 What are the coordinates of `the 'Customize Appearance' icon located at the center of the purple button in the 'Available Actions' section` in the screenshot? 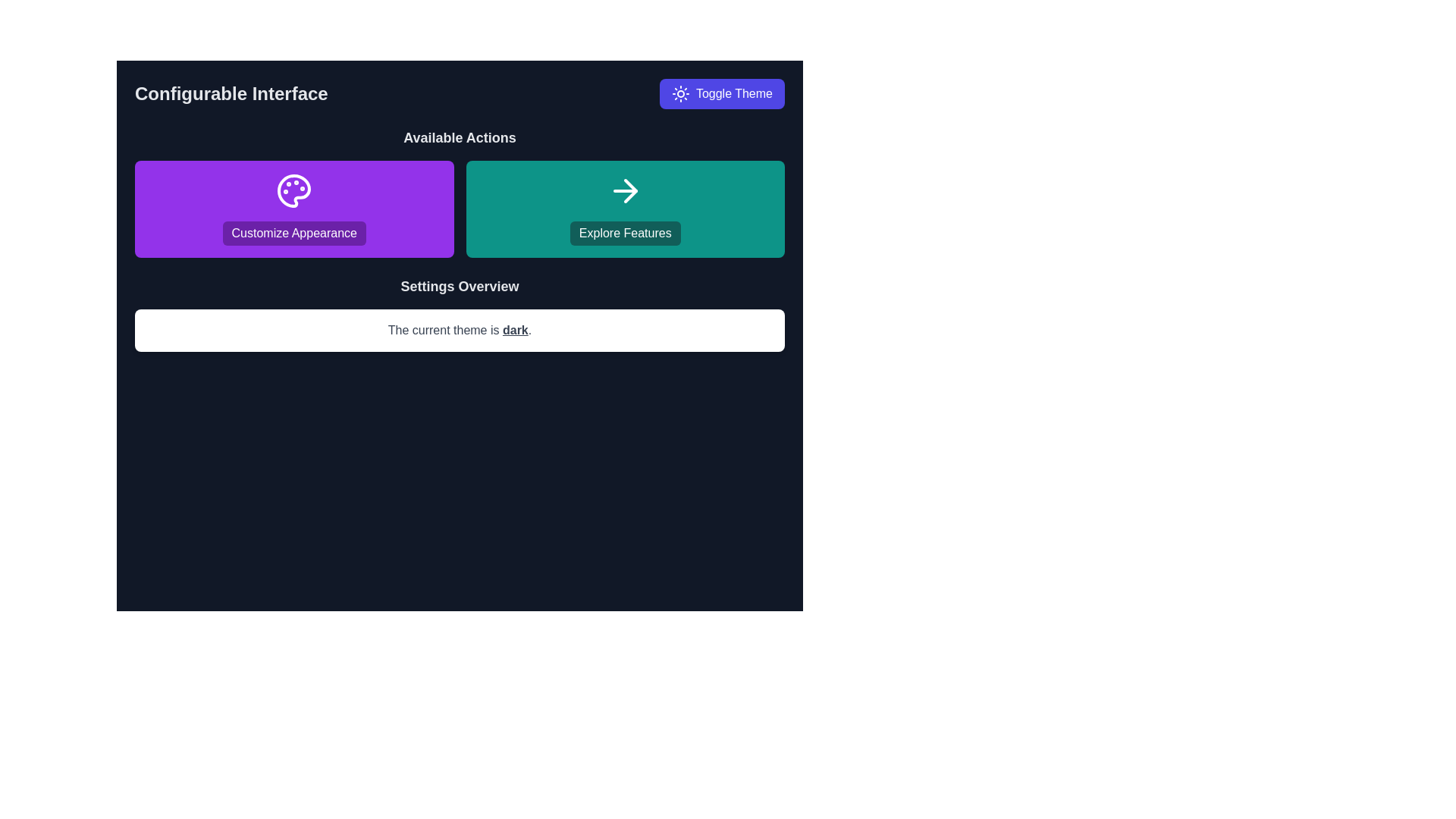 It's located at (294, 190).